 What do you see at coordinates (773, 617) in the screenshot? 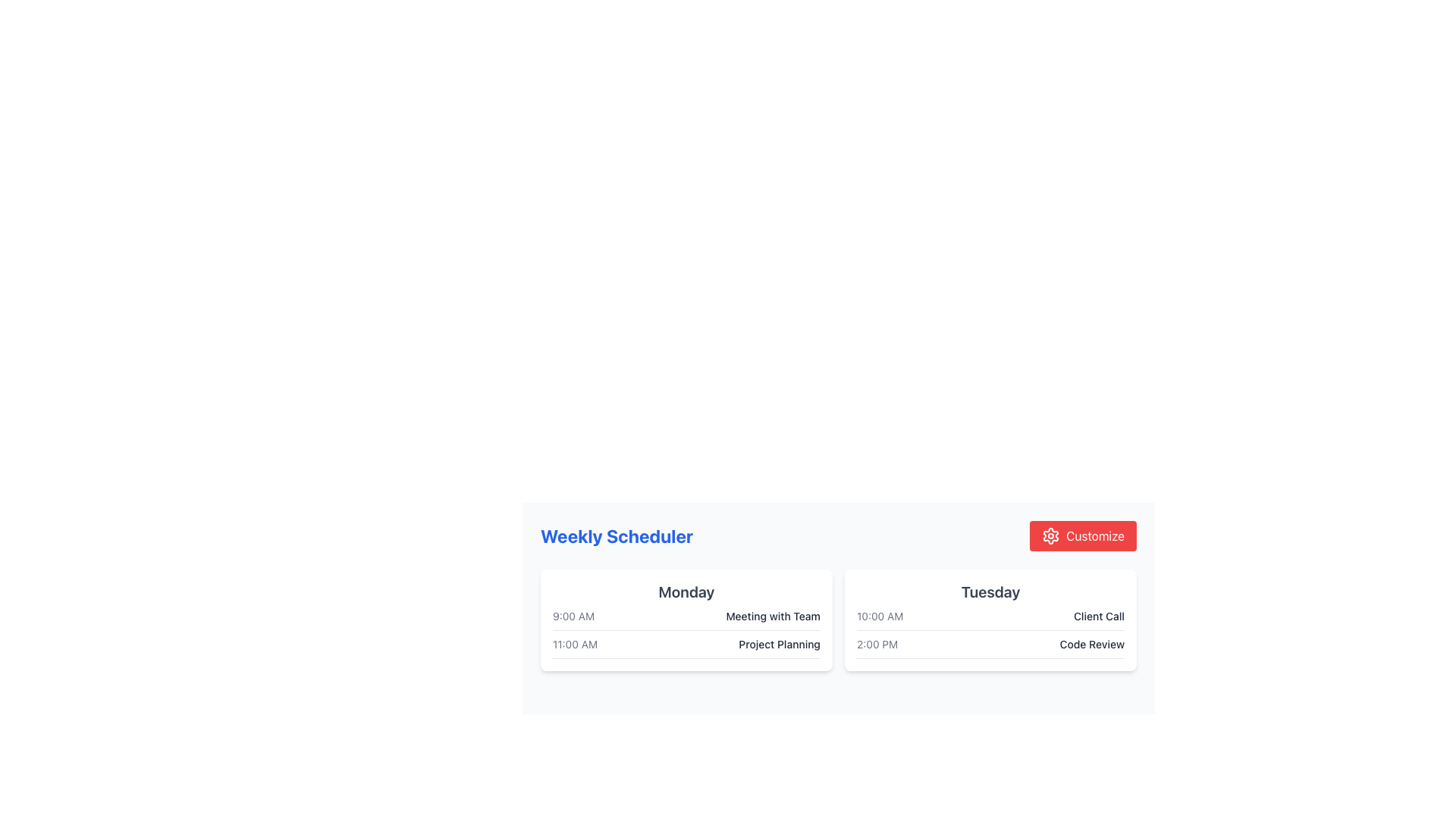
I see `the text label displaying the title of a scheduled event located next to the time label '9:00 AM' in the 'Monday' column of the weekly schedule table` at bounding box center [773, 617].